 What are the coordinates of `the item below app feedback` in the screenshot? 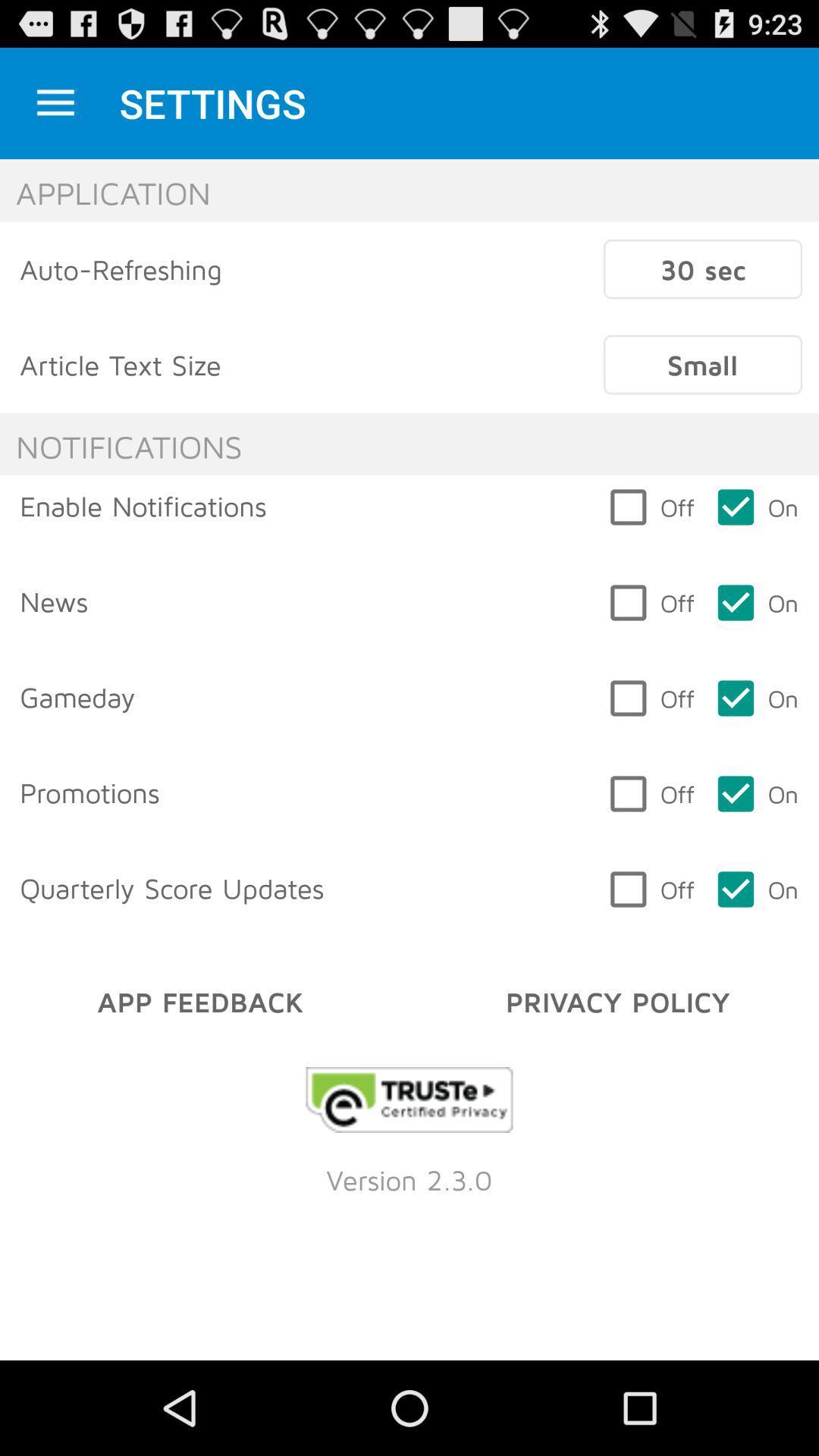 It's located at (409, 1100).